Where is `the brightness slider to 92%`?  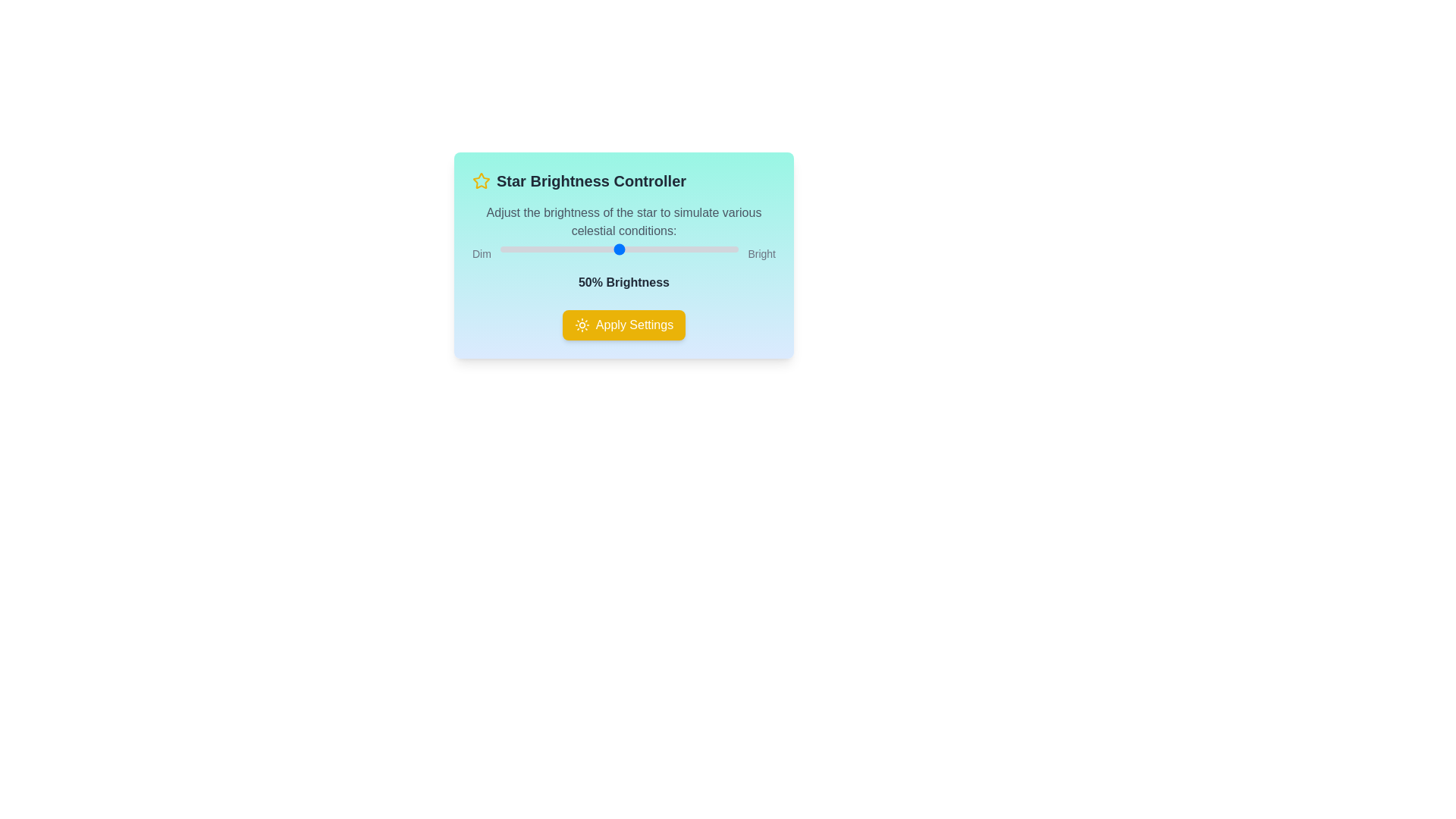 the brightness slider to 92% is located at coordinates (719, 248).